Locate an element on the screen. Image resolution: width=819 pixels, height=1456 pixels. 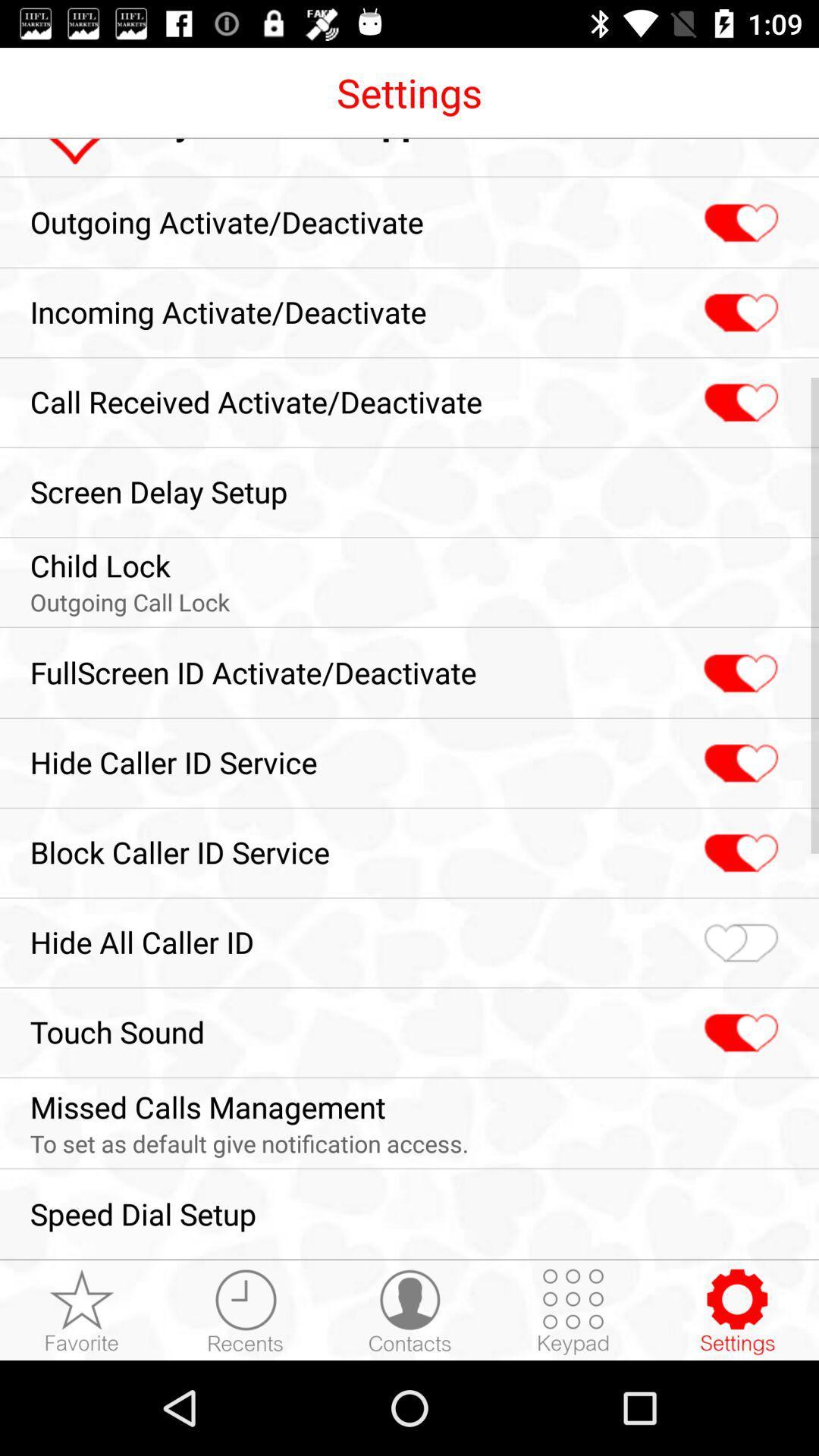
the favorite icon is located at coordinates (738, 673).